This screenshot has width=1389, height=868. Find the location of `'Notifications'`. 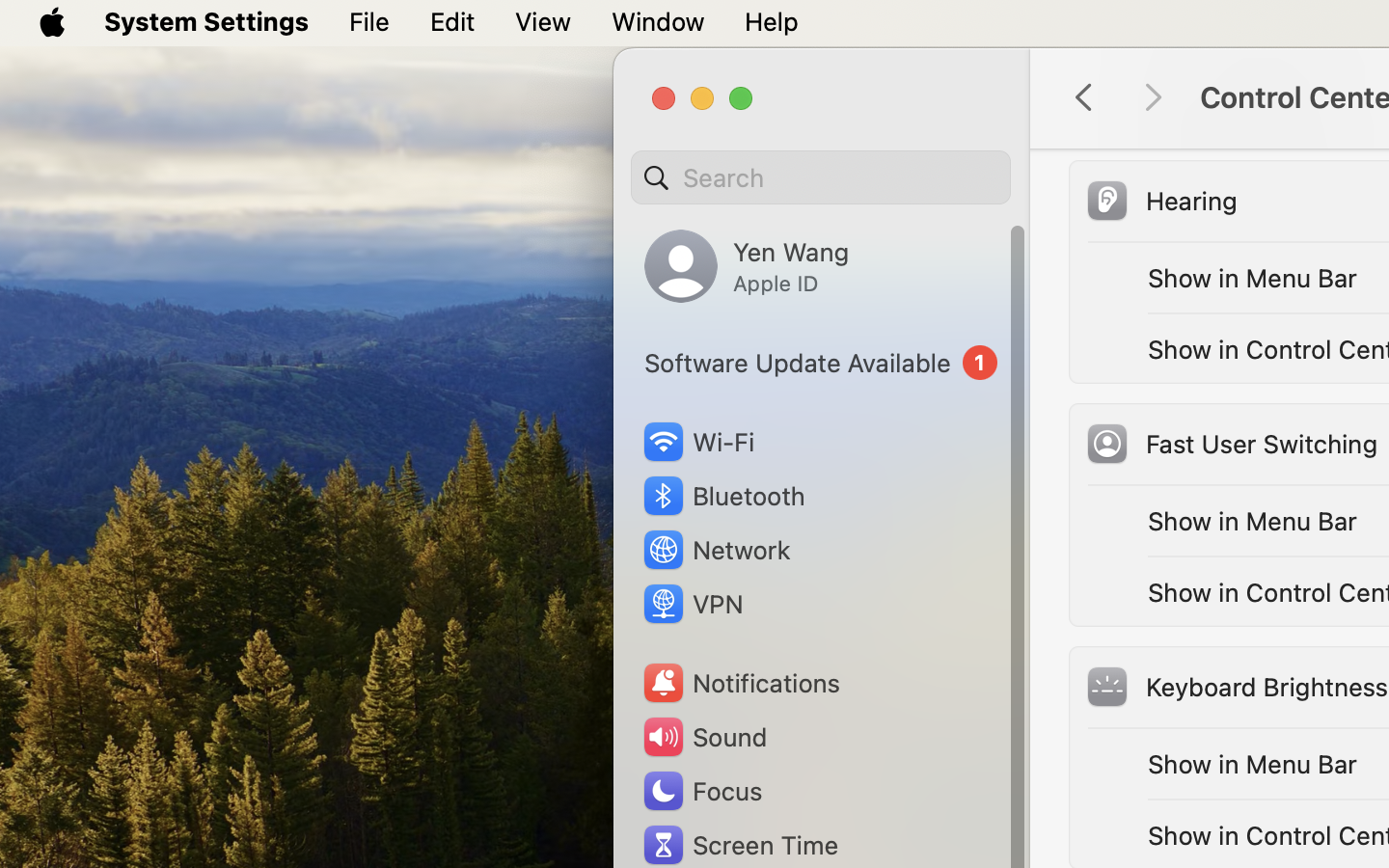

'Notifications' is located at coordinates (739, 682).